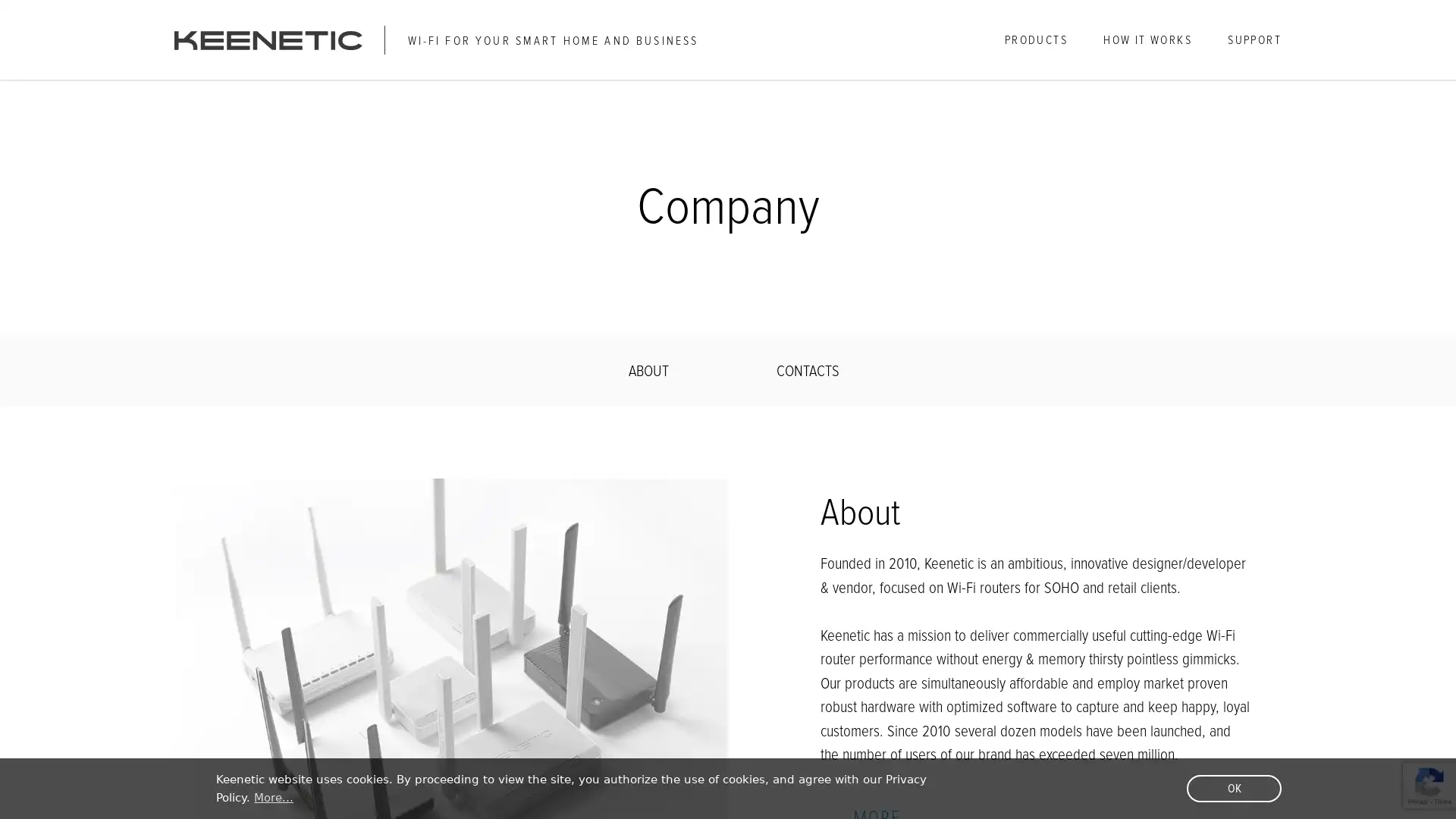 The width and height of the screenshot is (1456, 819). I want to click on dismiss cookie message, so click(1234, 787).